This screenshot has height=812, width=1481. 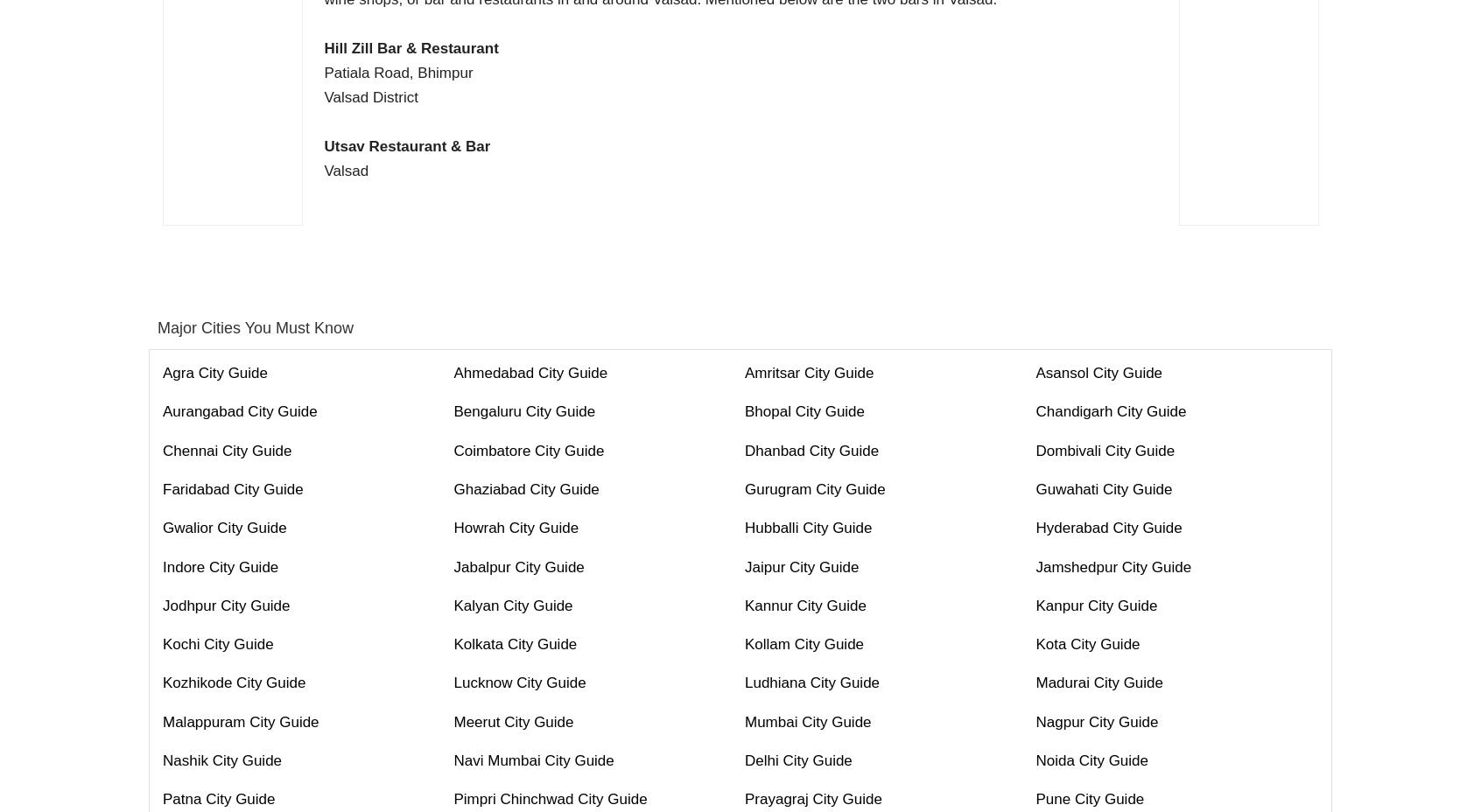 I want to click on 'Kota City Guide', so click(x=1087, y=643).